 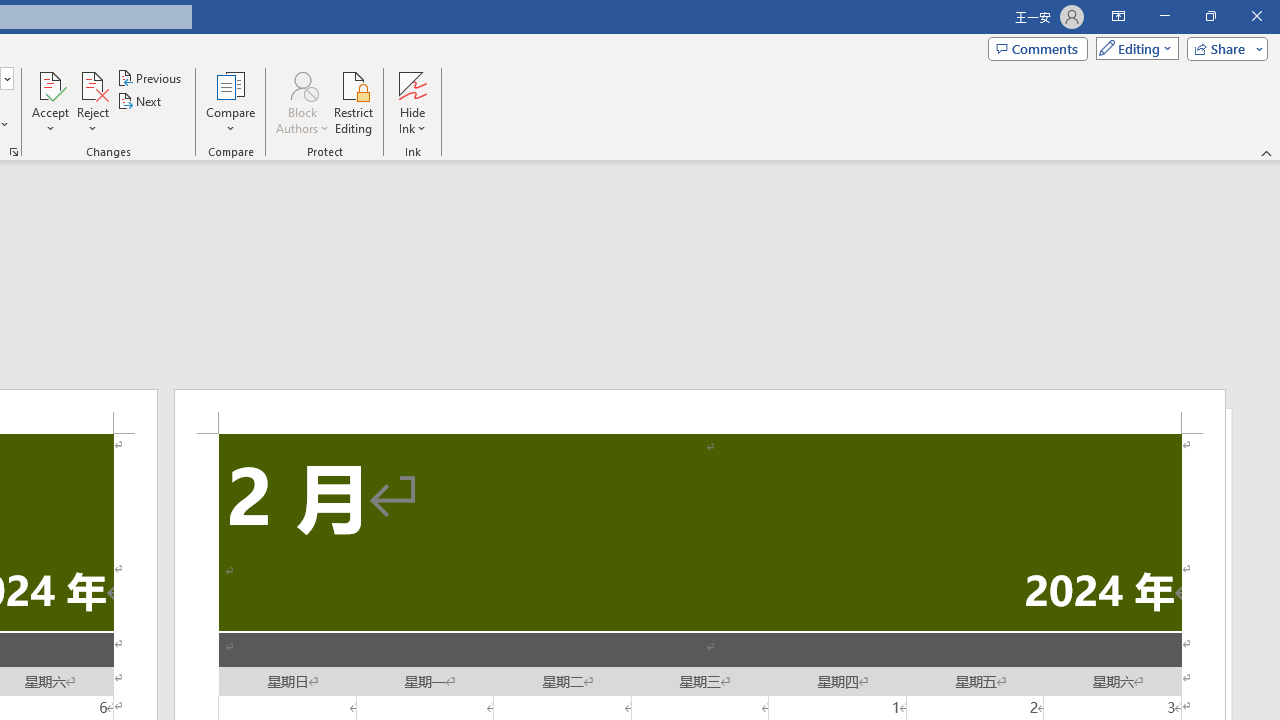 I want to click on 'Accept', so click(x=50, y=103).